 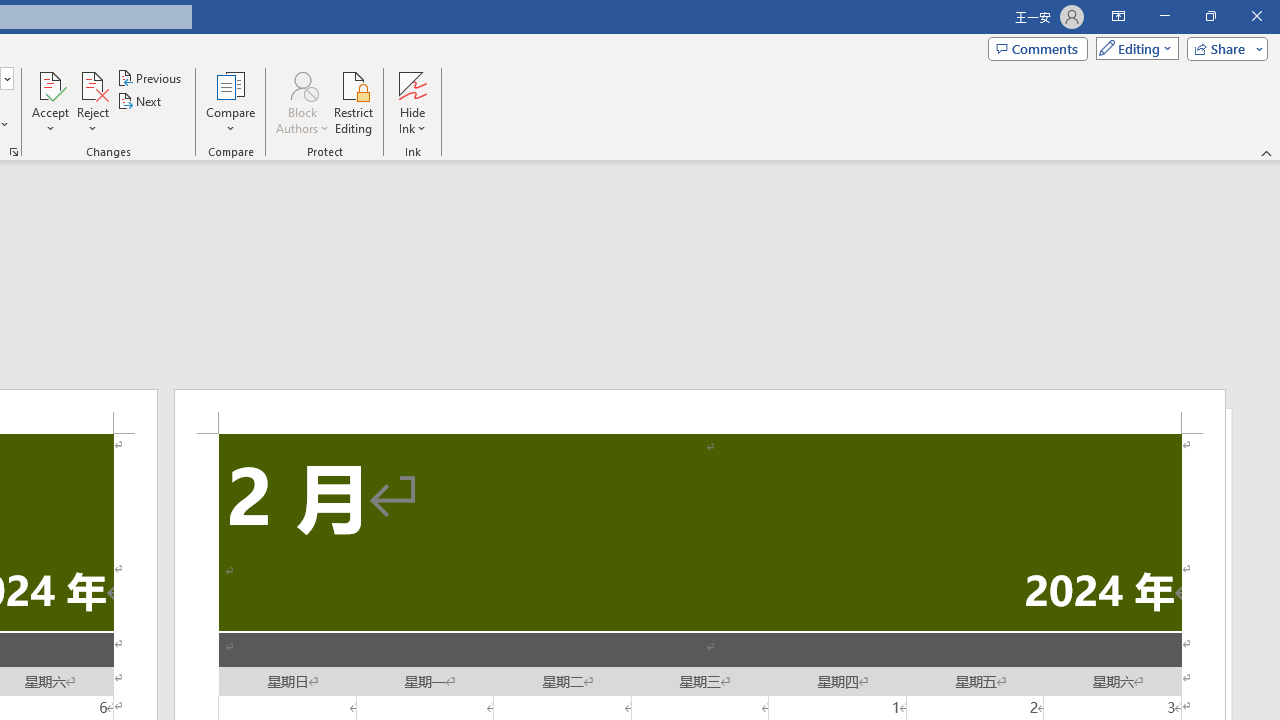 I want to click on 'Accept', so click(x=50, y=103).